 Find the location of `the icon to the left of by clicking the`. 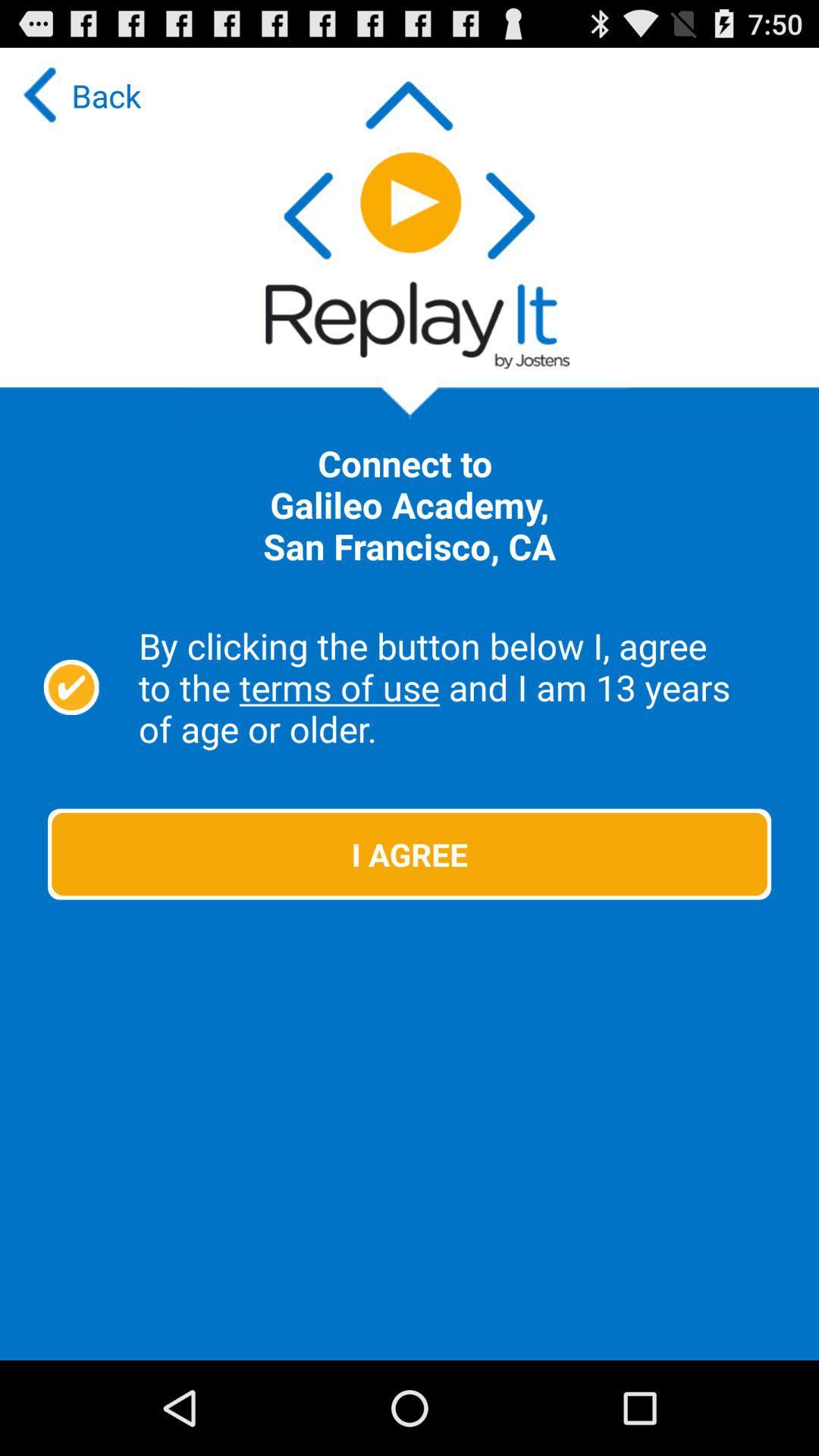

the icon to the left of by clicking the is located at coordinates (71, 686).